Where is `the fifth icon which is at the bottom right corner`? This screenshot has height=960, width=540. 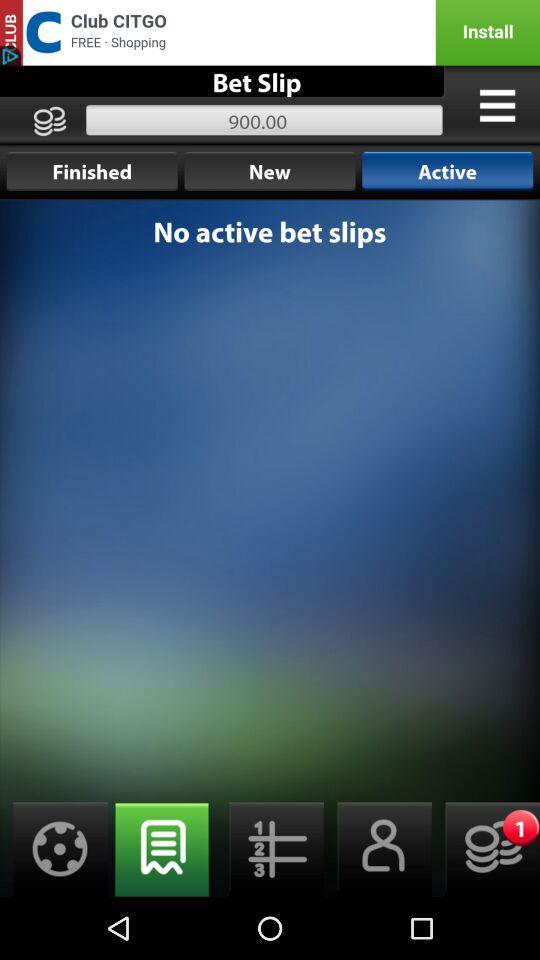 the fifth icon which is at the bottom right corner is located at coordinates (485, 848).